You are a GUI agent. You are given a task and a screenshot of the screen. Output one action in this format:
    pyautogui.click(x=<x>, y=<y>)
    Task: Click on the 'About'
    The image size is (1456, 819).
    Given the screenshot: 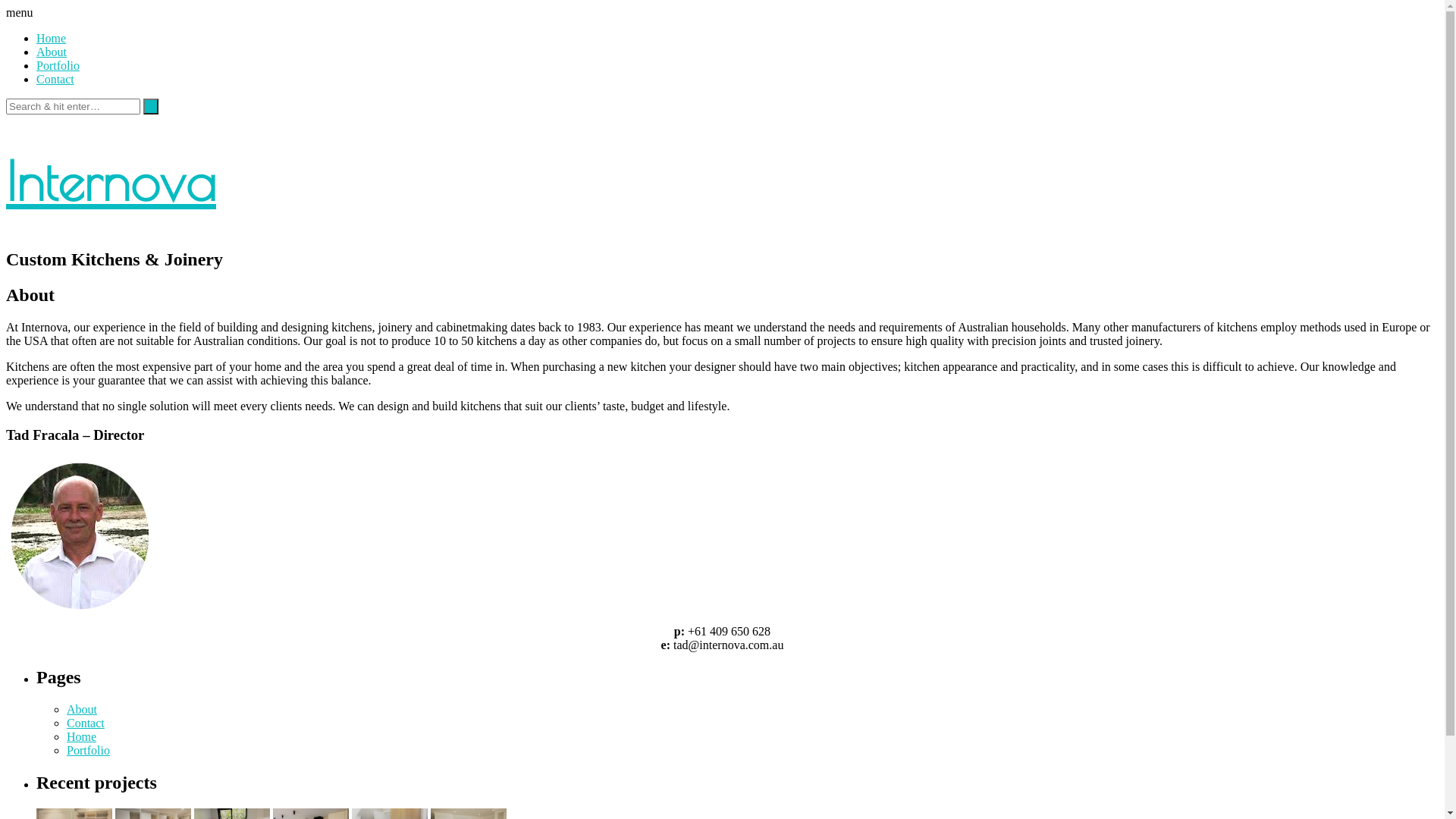 What is the action you would take?
    pyautogui.click(x=51, y=51)
    